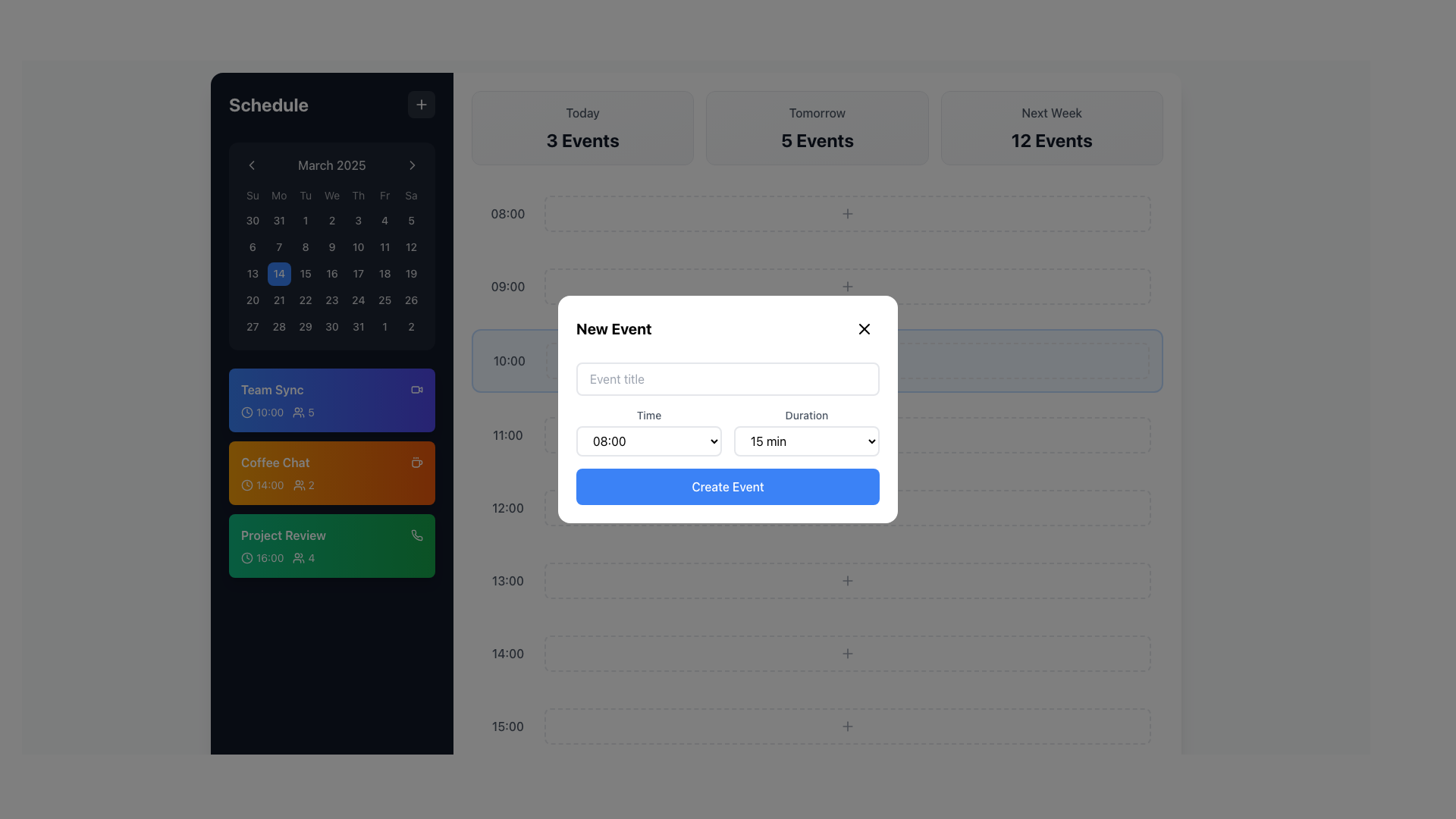 Image resolution: width=1456 pixels, height=819 pixels. What do you see at coordinates (331, 300) in the screenshot?
I see `the button displaying the number '23' with a dark background and rounded corners` at bounding box center [331, 300].